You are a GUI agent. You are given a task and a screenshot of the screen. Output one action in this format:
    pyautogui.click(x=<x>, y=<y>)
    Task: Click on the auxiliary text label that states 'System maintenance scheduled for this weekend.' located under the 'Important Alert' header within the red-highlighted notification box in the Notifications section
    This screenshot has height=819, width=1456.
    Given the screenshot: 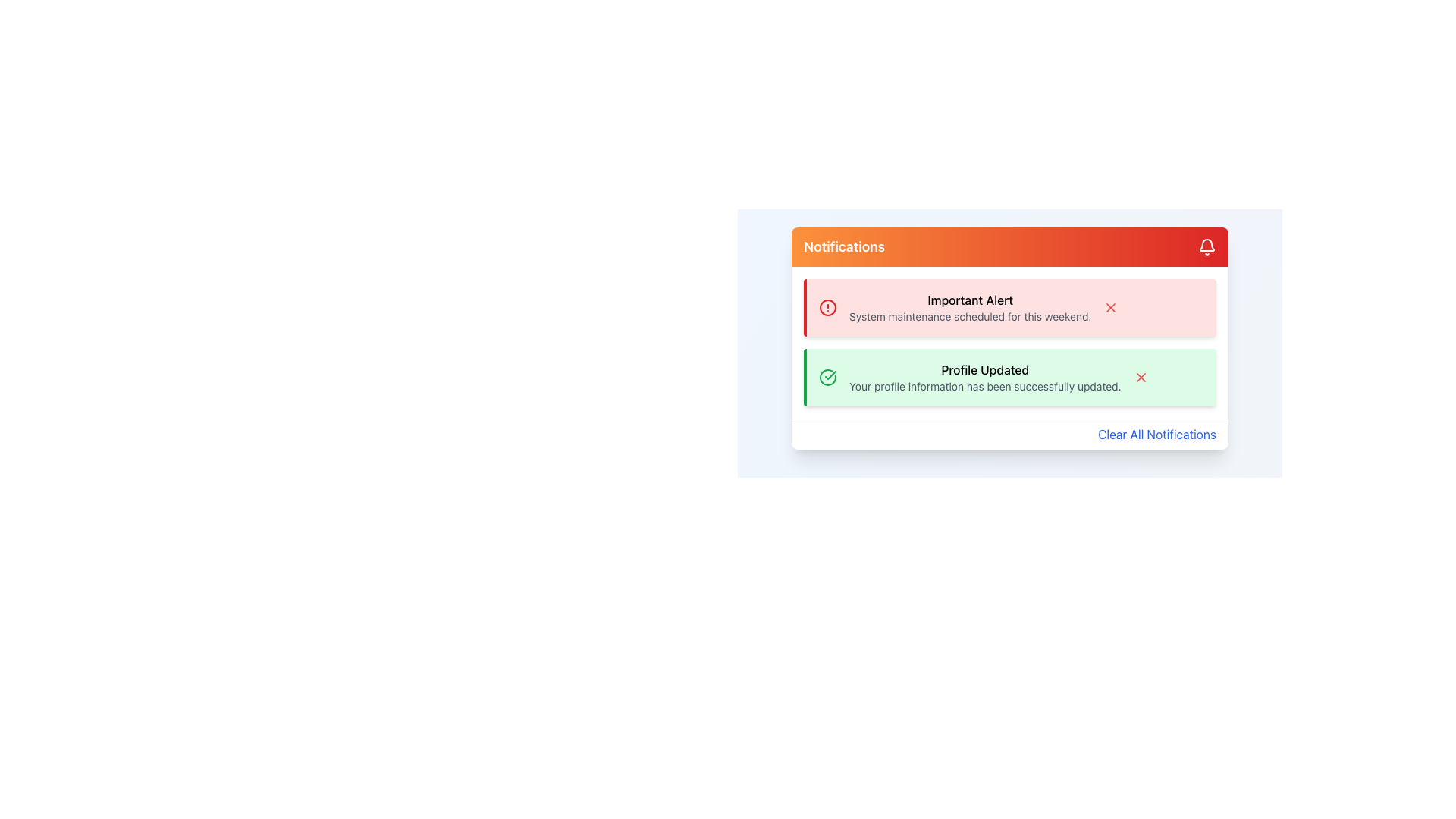 What is the action you would take?
    pyautogui.click(x=969, y=315)
    